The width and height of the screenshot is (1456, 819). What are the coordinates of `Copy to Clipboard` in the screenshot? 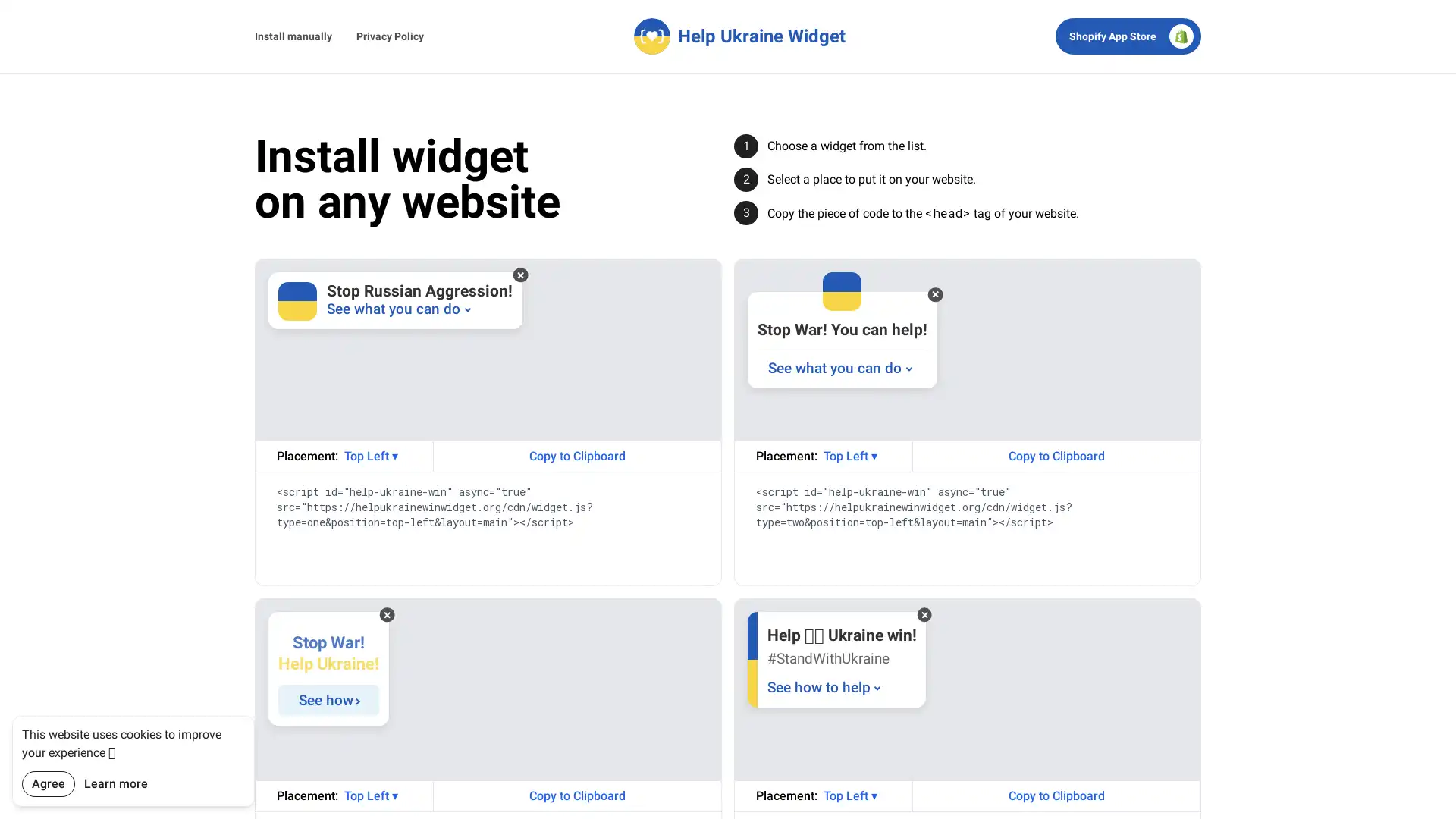 It's located at (1056, 455).